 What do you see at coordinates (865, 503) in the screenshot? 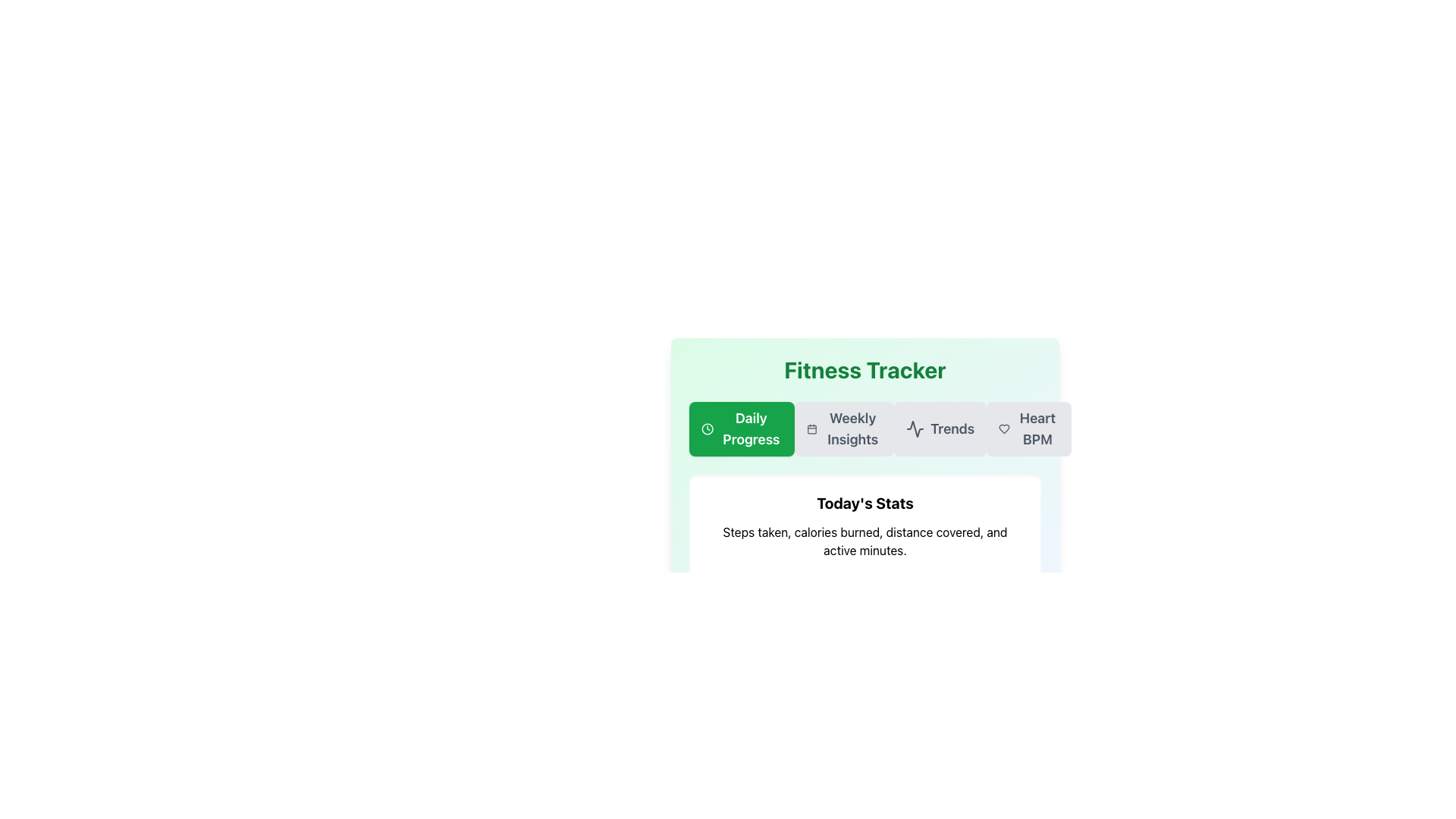
I see `the bold, extra-large text header displaying 'Today's Stats' located near the center of the health tracking interface` at bounding box center [865, 503].